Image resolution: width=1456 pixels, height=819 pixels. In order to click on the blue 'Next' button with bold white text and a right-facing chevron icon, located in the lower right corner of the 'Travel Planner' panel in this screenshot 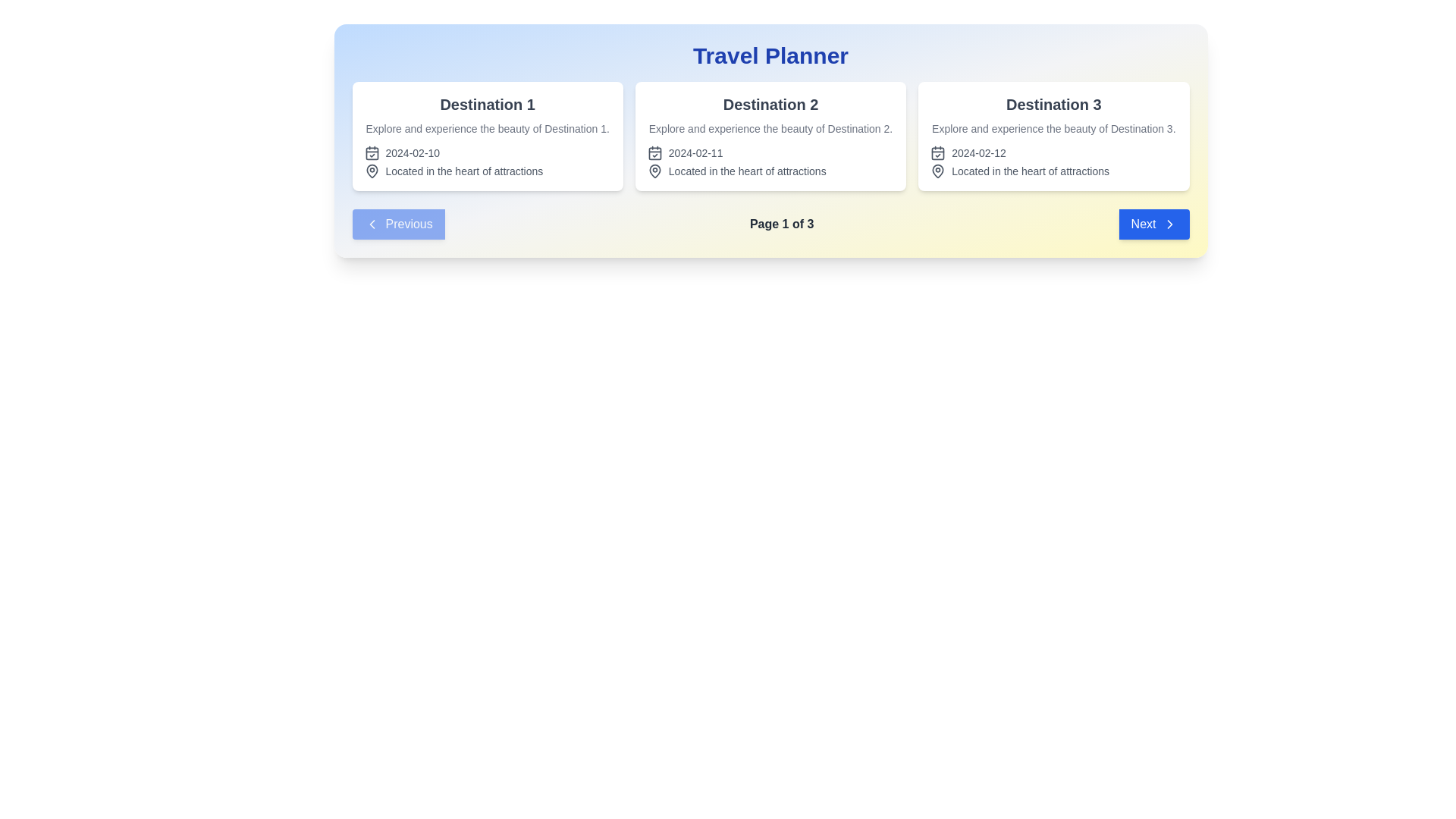, I will do `click(1153, 224)`.